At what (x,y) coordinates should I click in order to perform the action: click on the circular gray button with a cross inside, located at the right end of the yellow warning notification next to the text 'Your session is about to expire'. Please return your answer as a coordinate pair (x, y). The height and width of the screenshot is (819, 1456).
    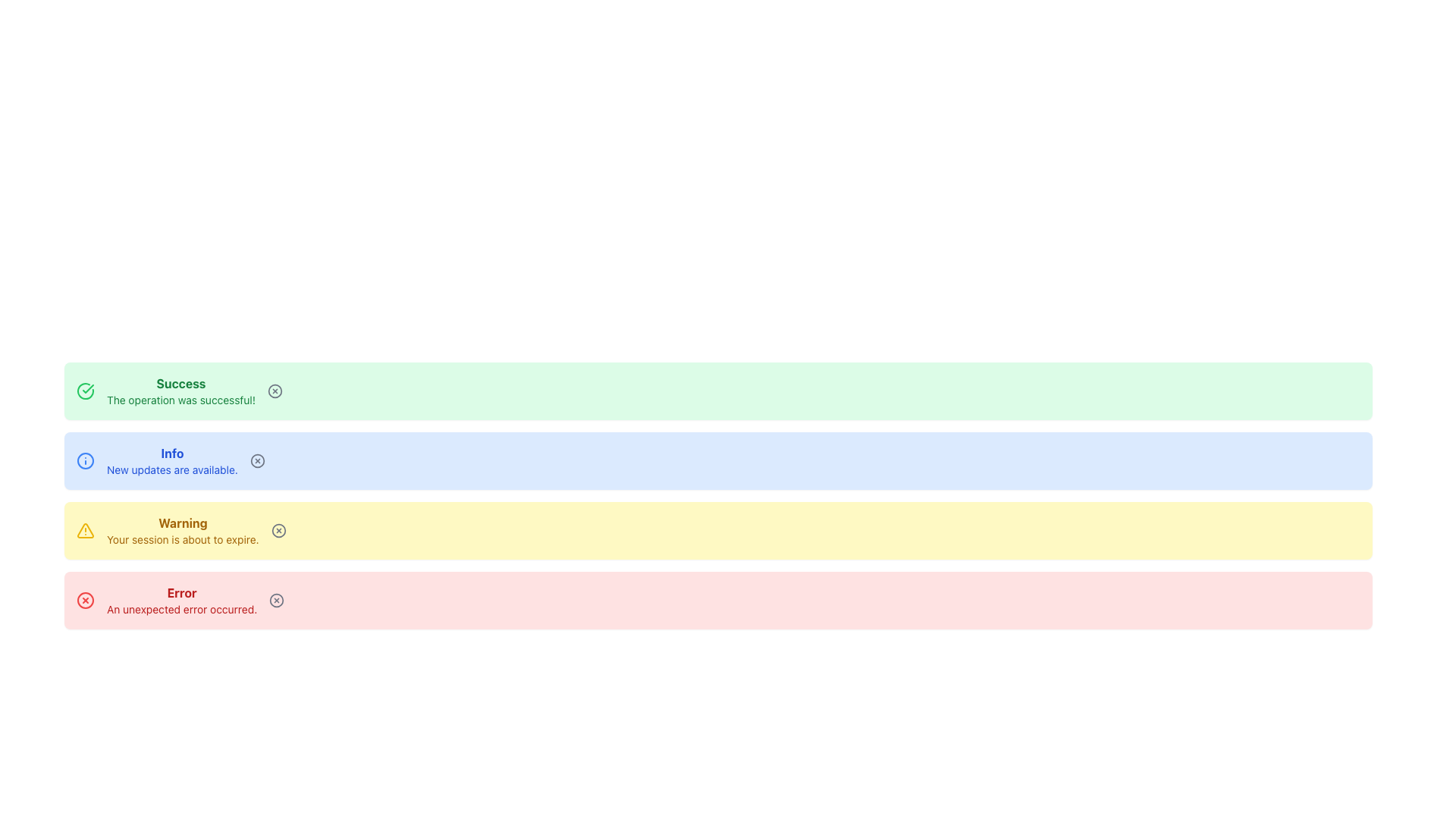
    Looking at the image, I should click on (278, 529).